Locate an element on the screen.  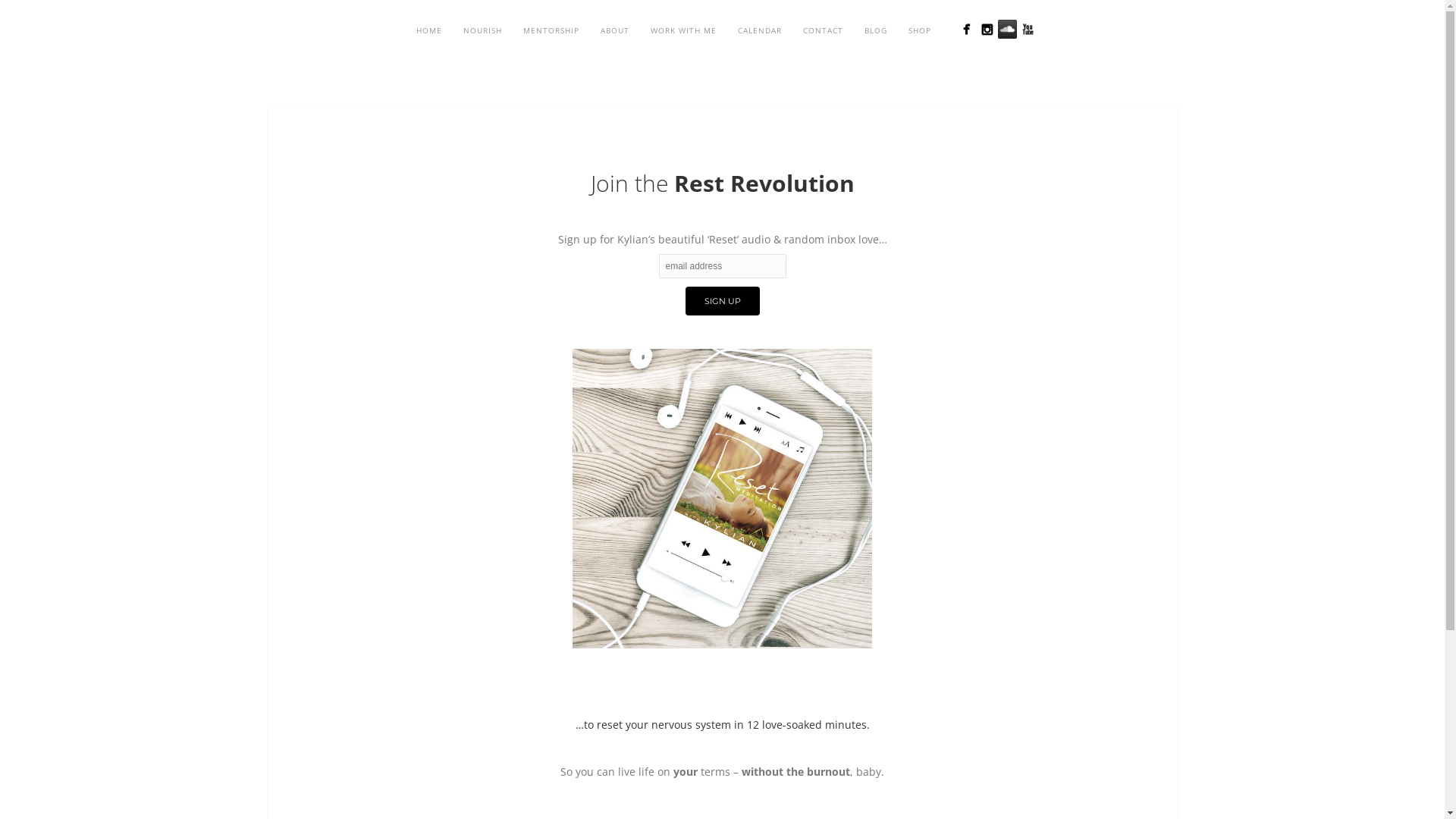
'Sign up' is located at coordinates (722, 301).